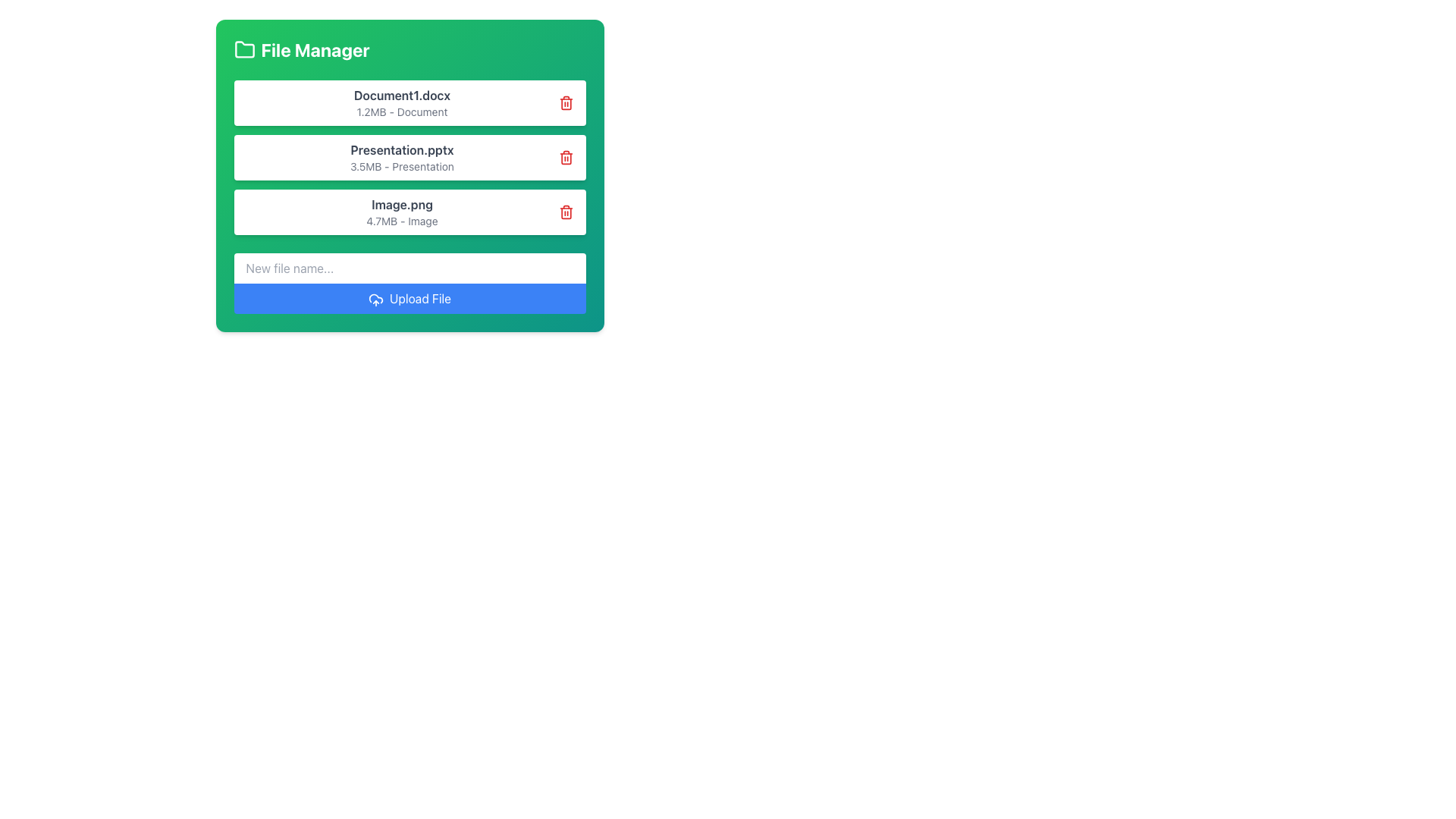 Image resolution: width=1456 pixels, height=819 pixels. Describe the element at coordinates (409, 158) in the screenshot. I see `the file entry representation titled 'Presentation.pptx' with a subtitle '3.5MB - Presentation'` at that location.